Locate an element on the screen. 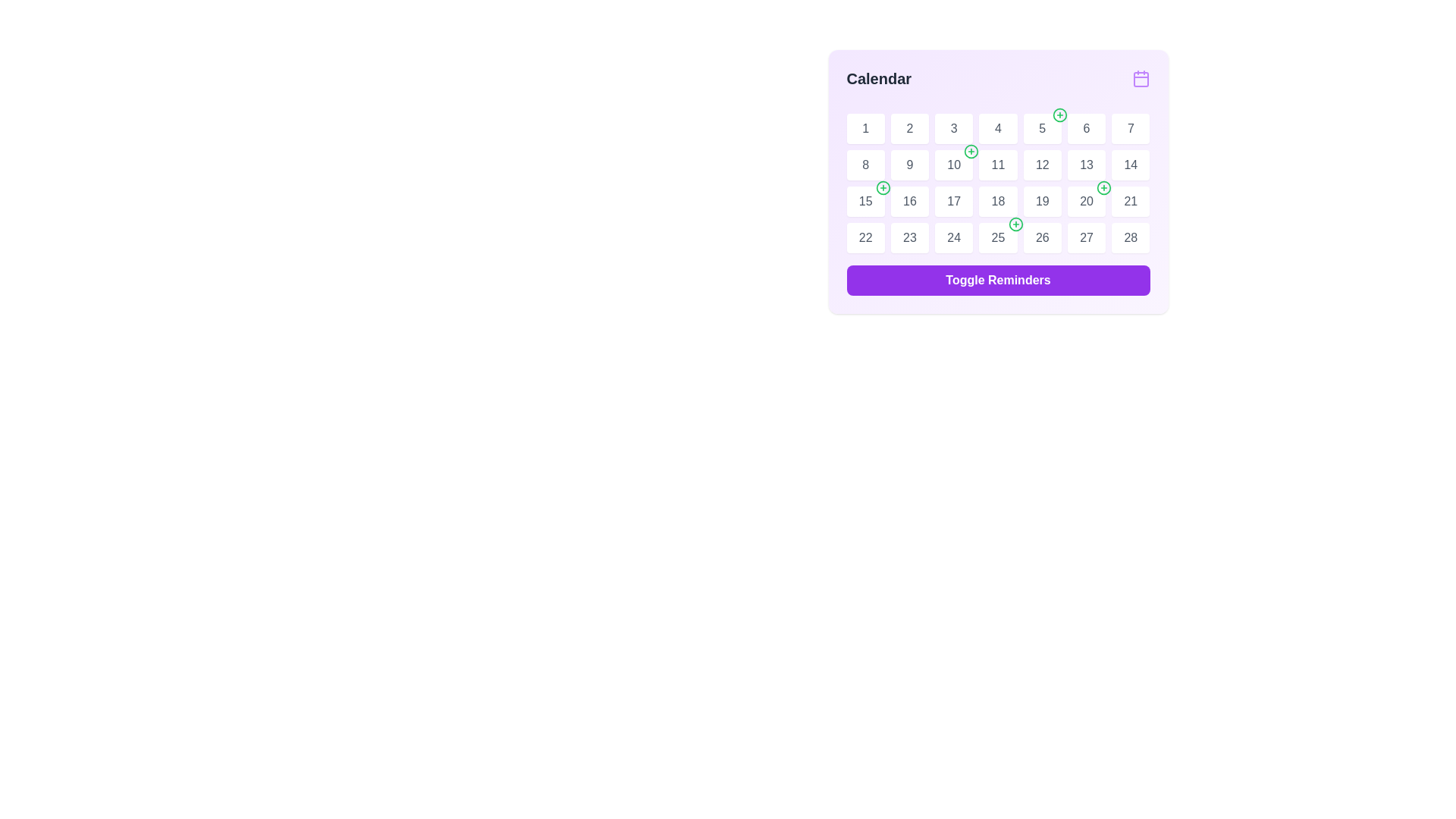  the text label displaying the numeral '11' in gray color, which is part of the date calendar layout and located in the second row and fourth column of the grid is located at coordinates (998, 165).